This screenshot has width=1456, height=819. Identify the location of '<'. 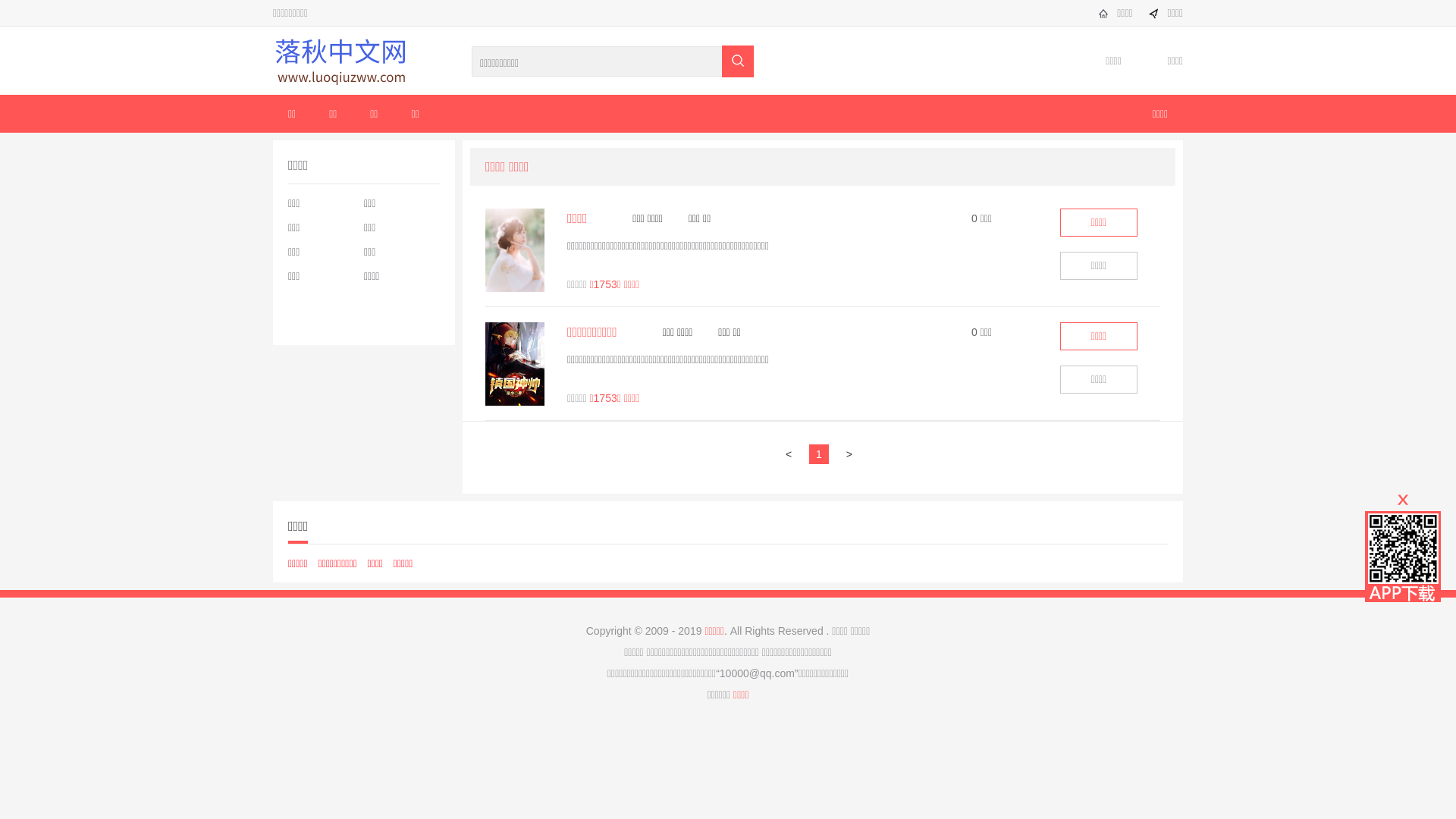
(792, 453).